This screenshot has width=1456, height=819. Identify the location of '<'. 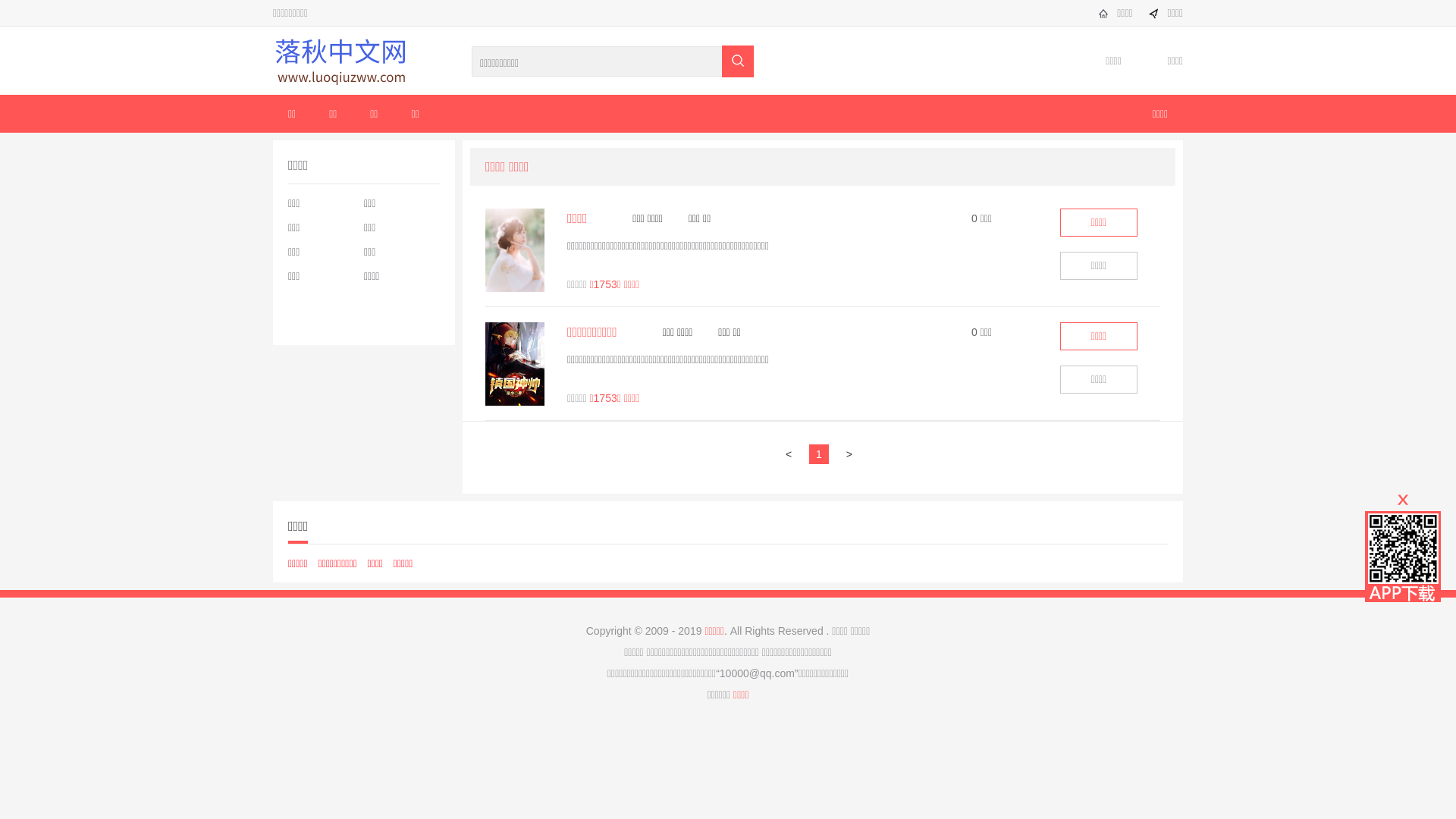
(792, 453).